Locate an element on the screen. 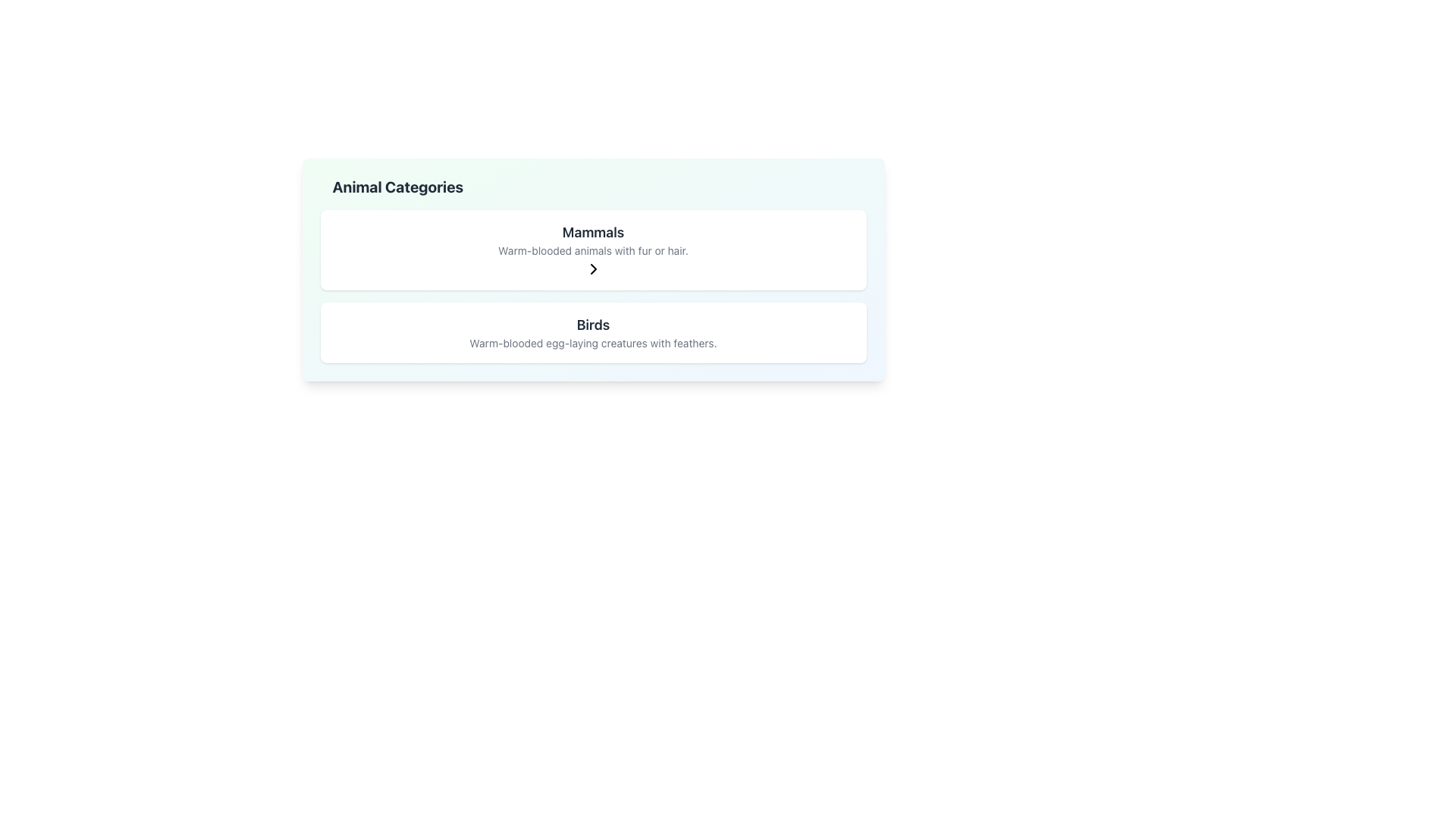 Image resolution: width=1456 pixels, height=819 pixels. the text label providing supplementary information about the category titled 'Mammals', which is positioned below the title and above an arrow icon in the card layout is located at coordinates (592, 250).